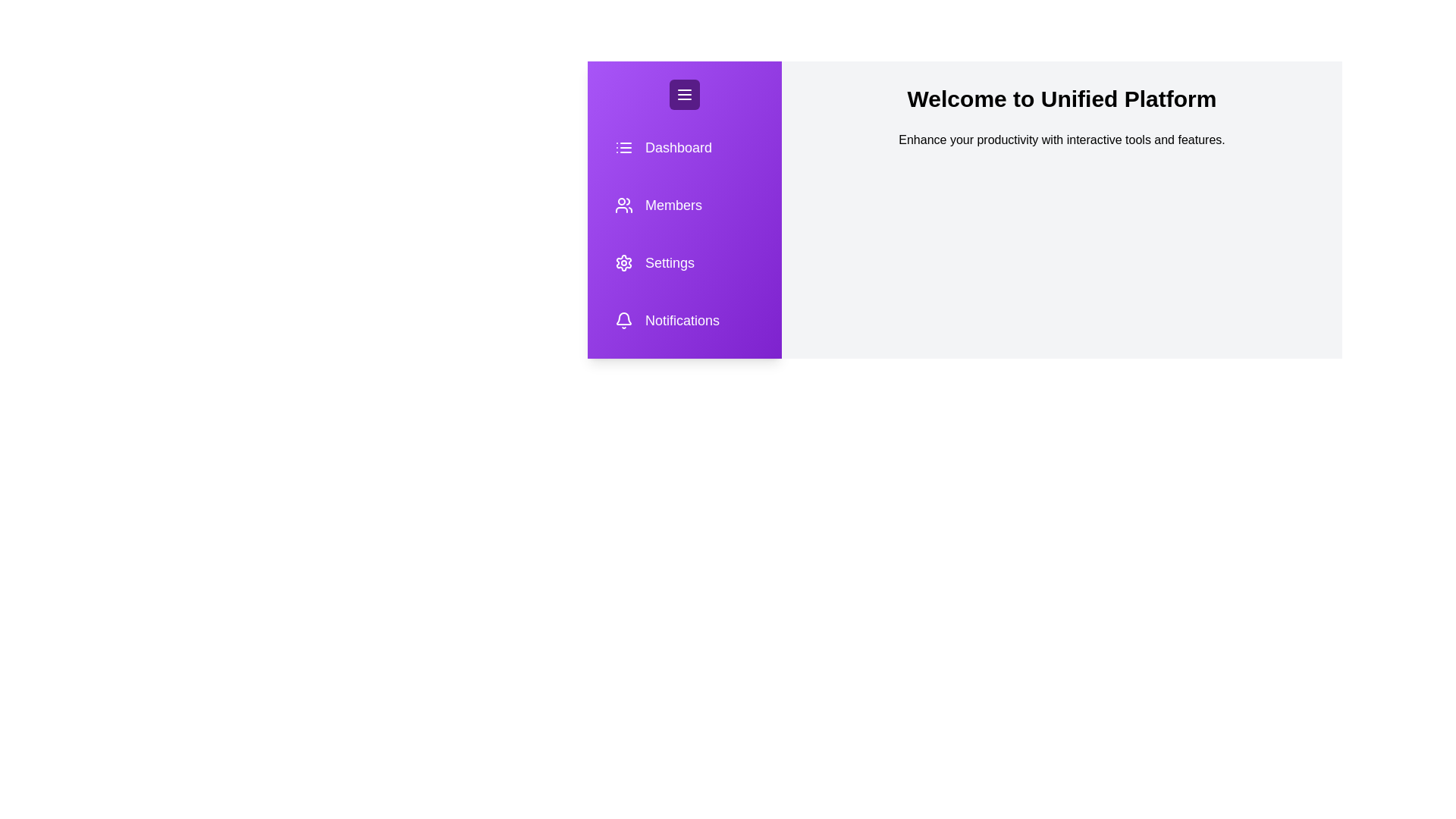  What do you see at coordinates (683, 262) in the screenshot?
I see `the sidebar item labeled Settings` at bounding box center [683, 262].